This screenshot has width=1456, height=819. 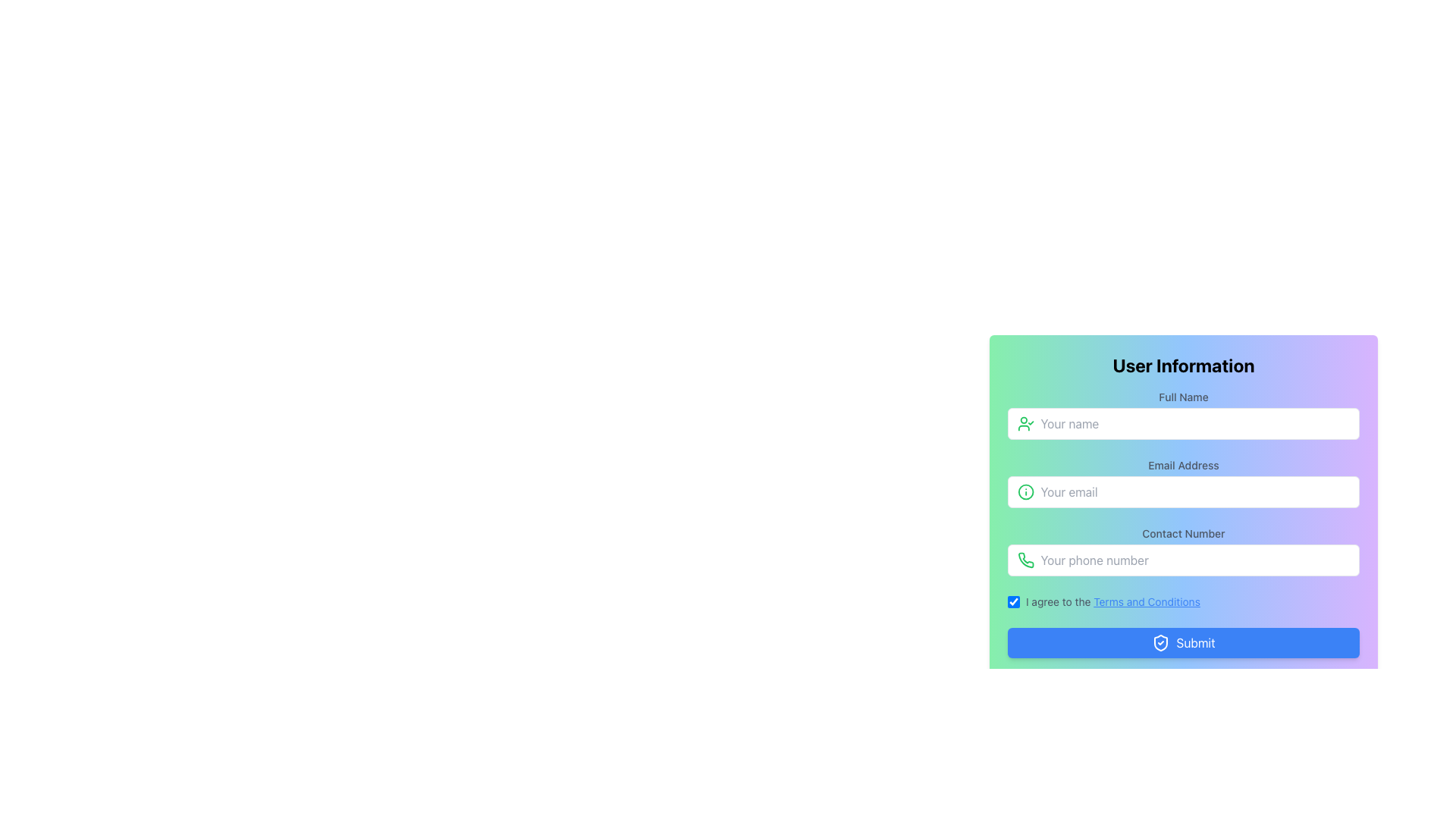 What do you see at coordinates (1160, 643) in the screenshot?
I see `the approval/security icon located within the 'Submit' button, positioned towards the left end of the button content, preceding the text 'Submit'` at bounding box center [1160, 643].